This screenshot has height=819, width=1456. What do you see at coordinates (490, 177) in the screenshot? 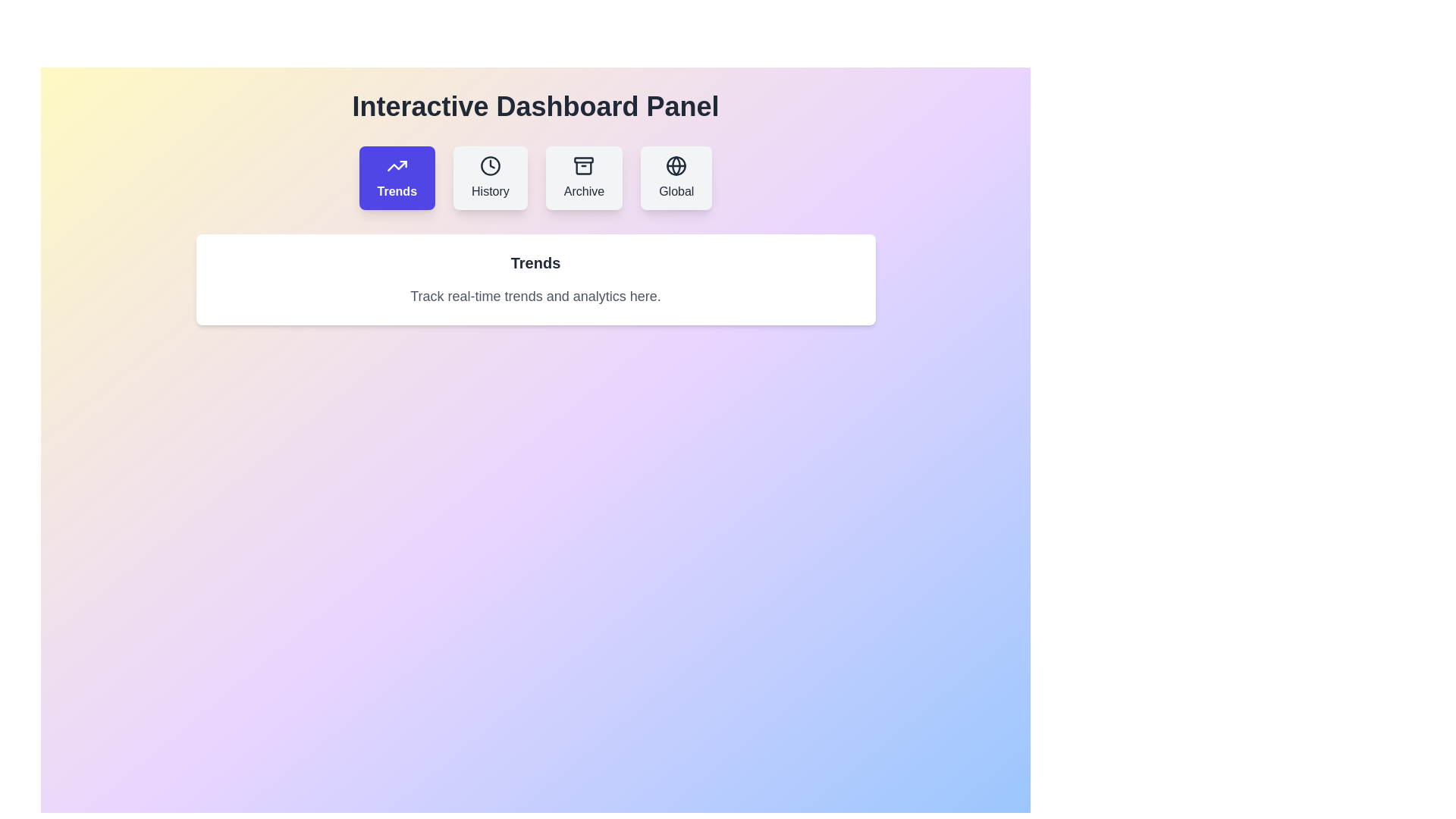
I see `the button labeled History to observe its hover effect` at bounding box center [490, 177].